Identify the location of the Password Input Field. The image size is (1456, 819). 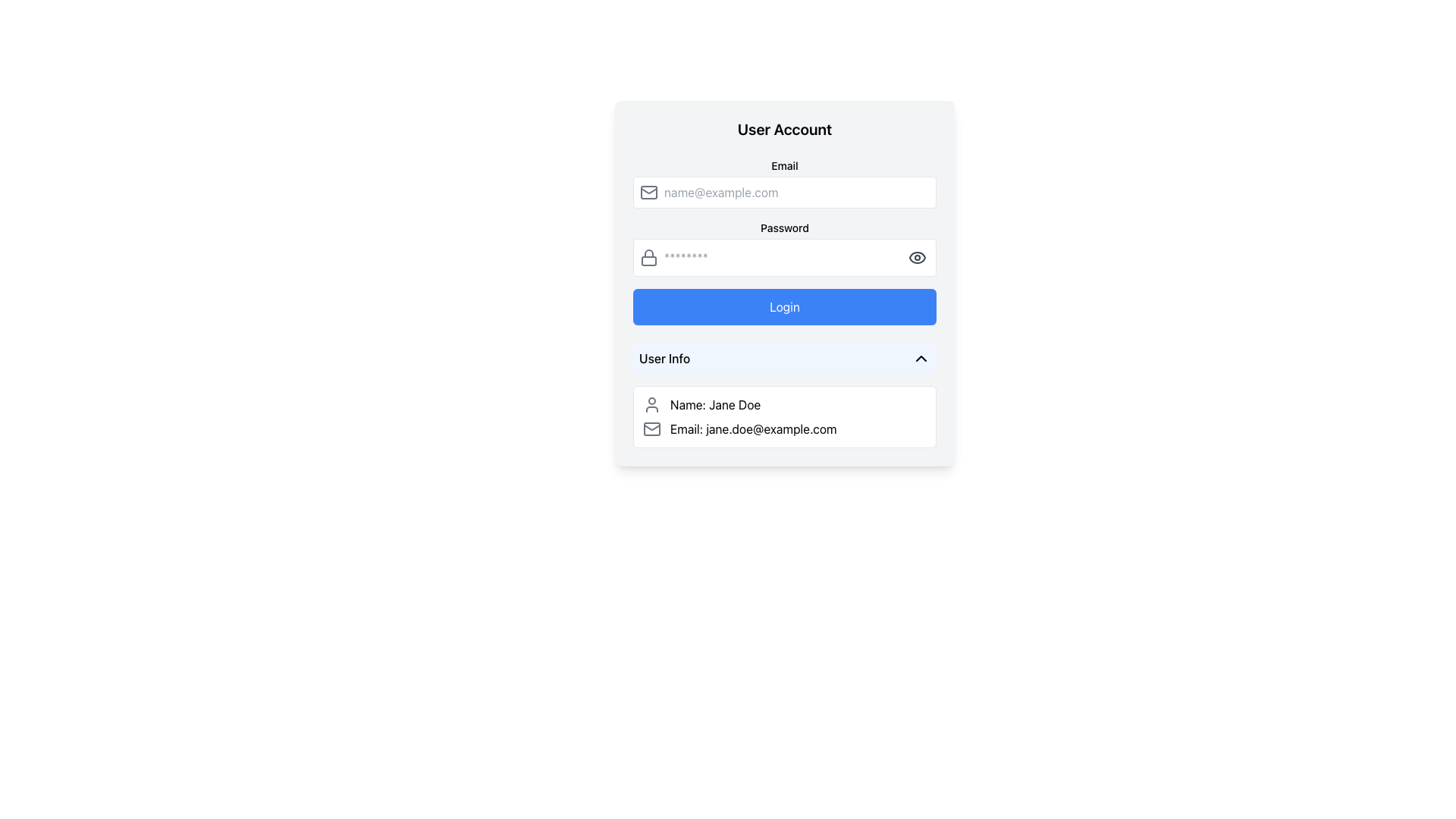
(785, 256).